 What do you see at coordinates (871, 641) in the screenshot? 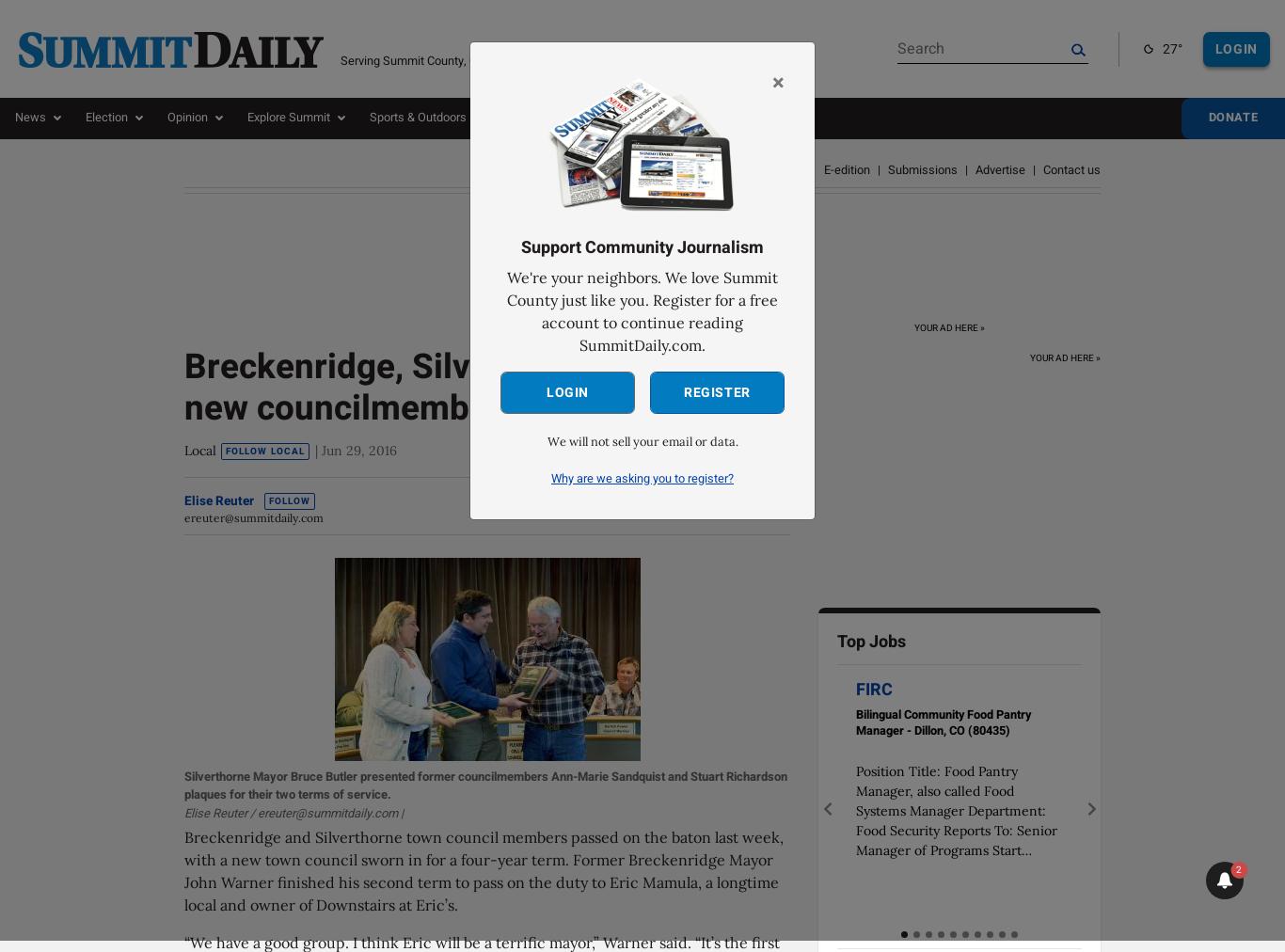
I see `'Top Jobs'` at bounding box center [871, 641].